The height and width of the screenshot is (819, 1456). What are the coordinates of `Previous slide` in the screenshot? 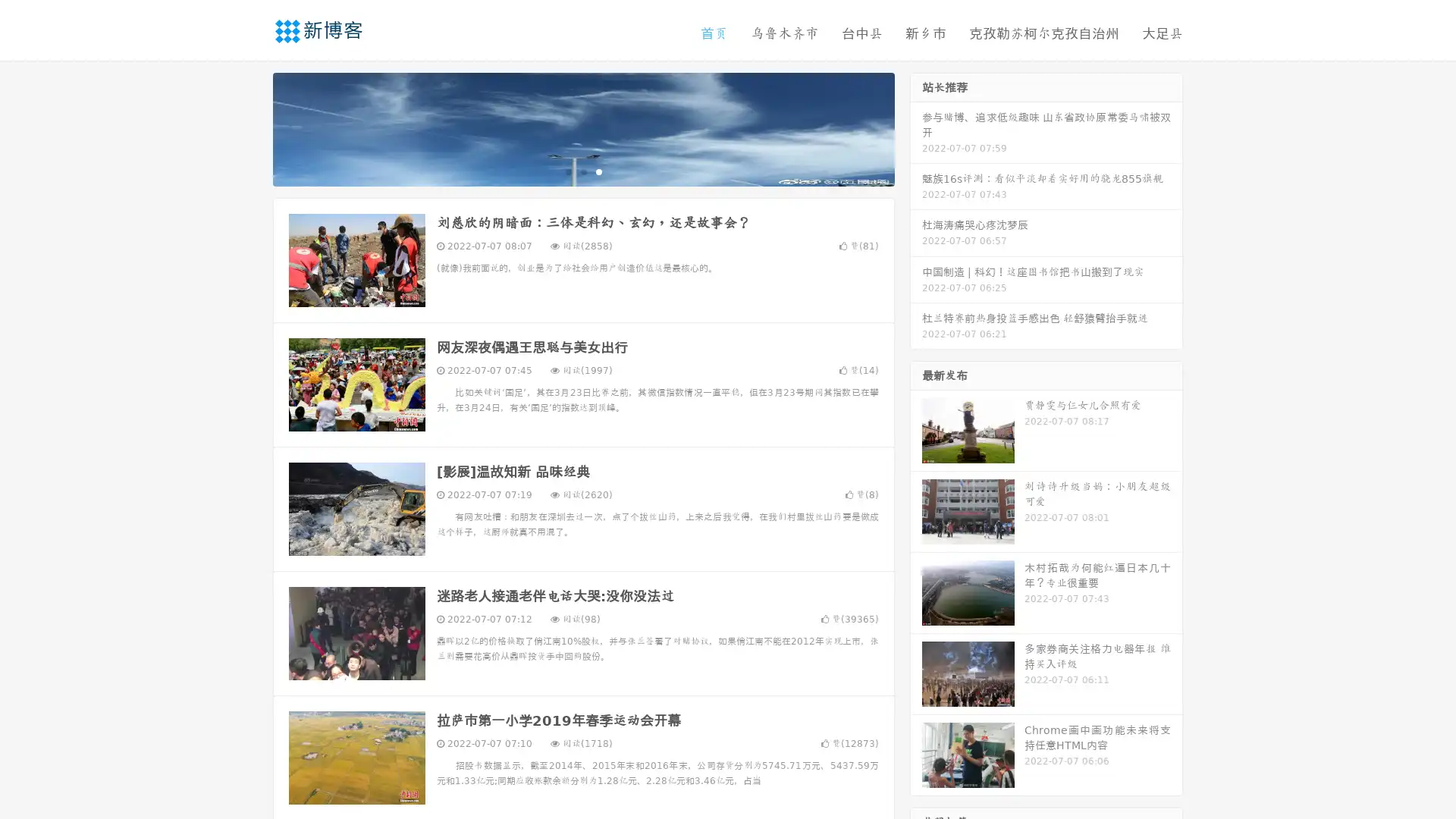 It's located at (250, 127).